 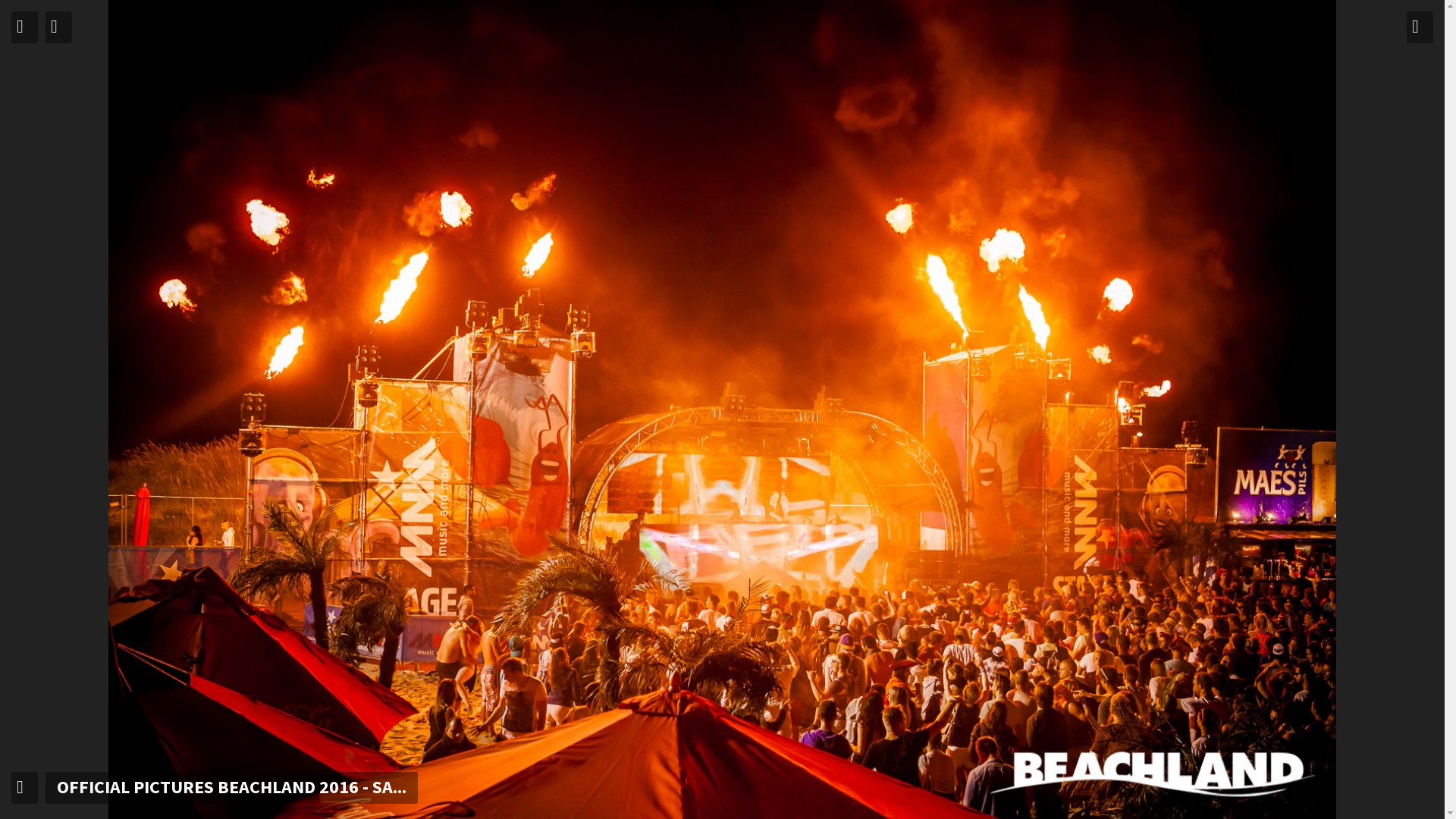 What do you see at coordinates (24, 27) in the screenshot?
I see `' '` at bounding box center [24, 27].